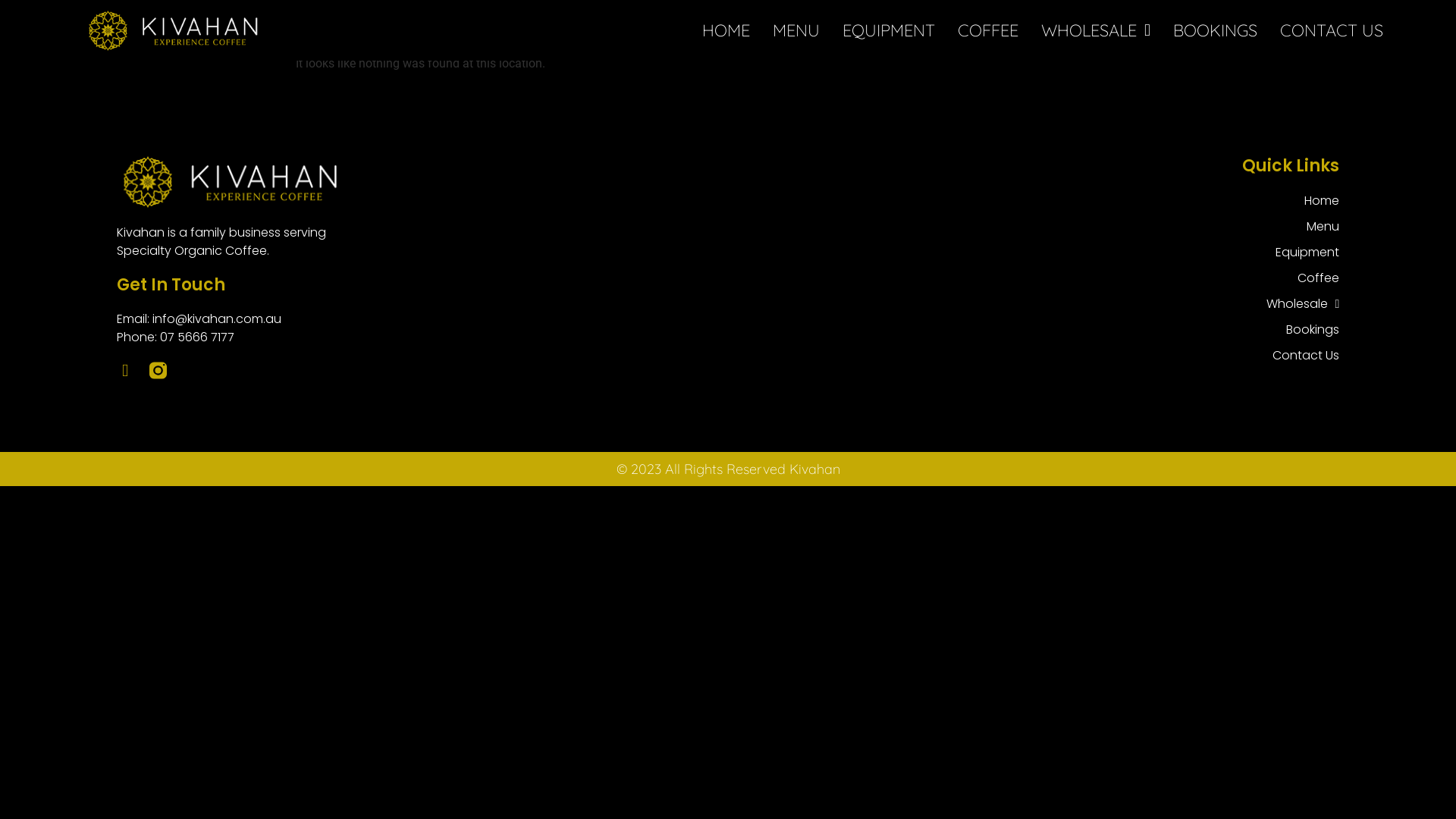 The image size is (1456, 819). Describe the element at coordinates (888, 30) in the screenshot. I see `'EQUIPMENT'` at that location.